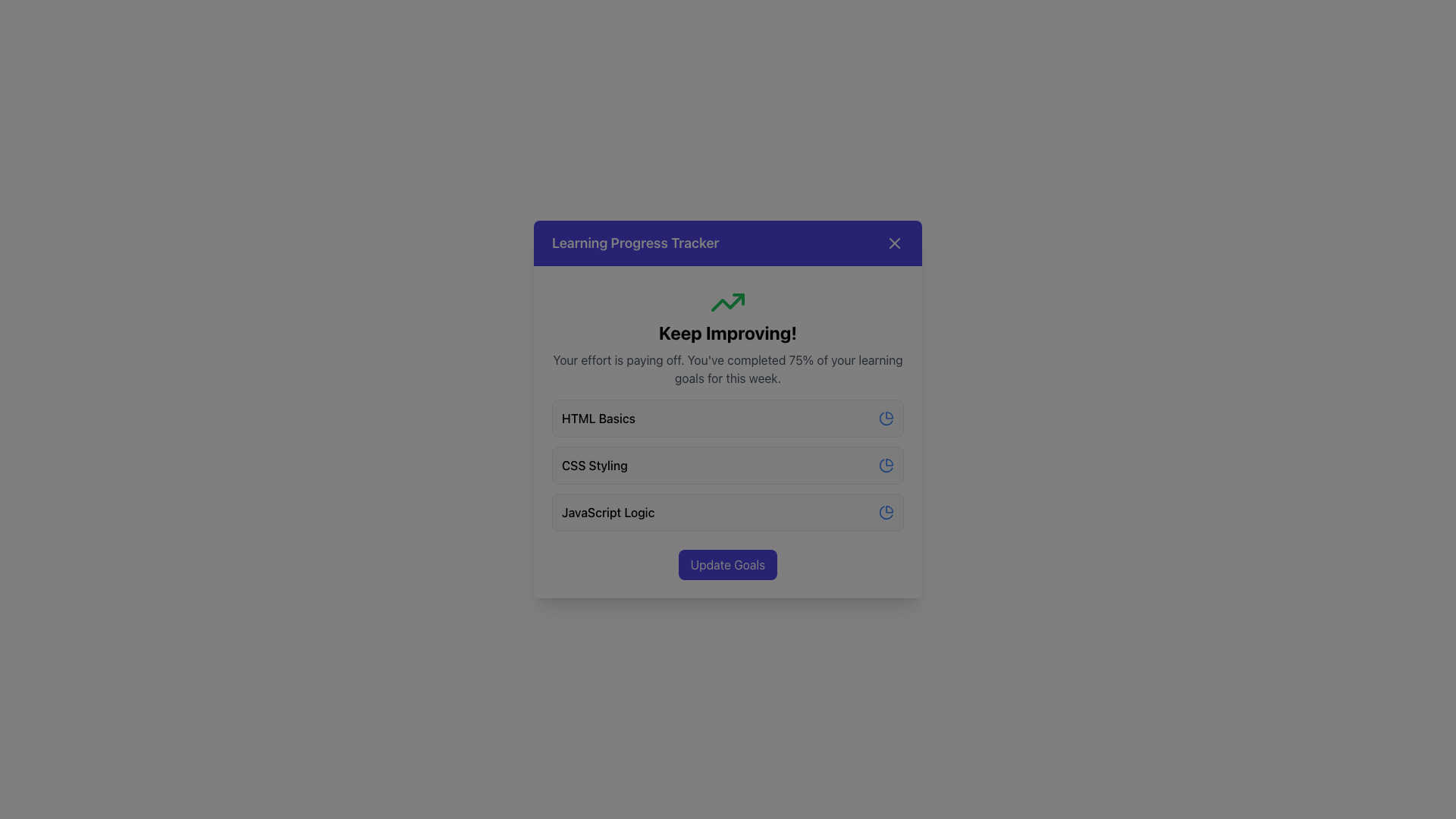 This screenshot has height=819, width=1456. I want to click on the text label displaying 'HTML Basics', which is located within the first card of a vertically arranged list in a centered modal, positioned above the cards labeled 'CSS Styling' and 'JavaScript Logic', so click(598, 418).